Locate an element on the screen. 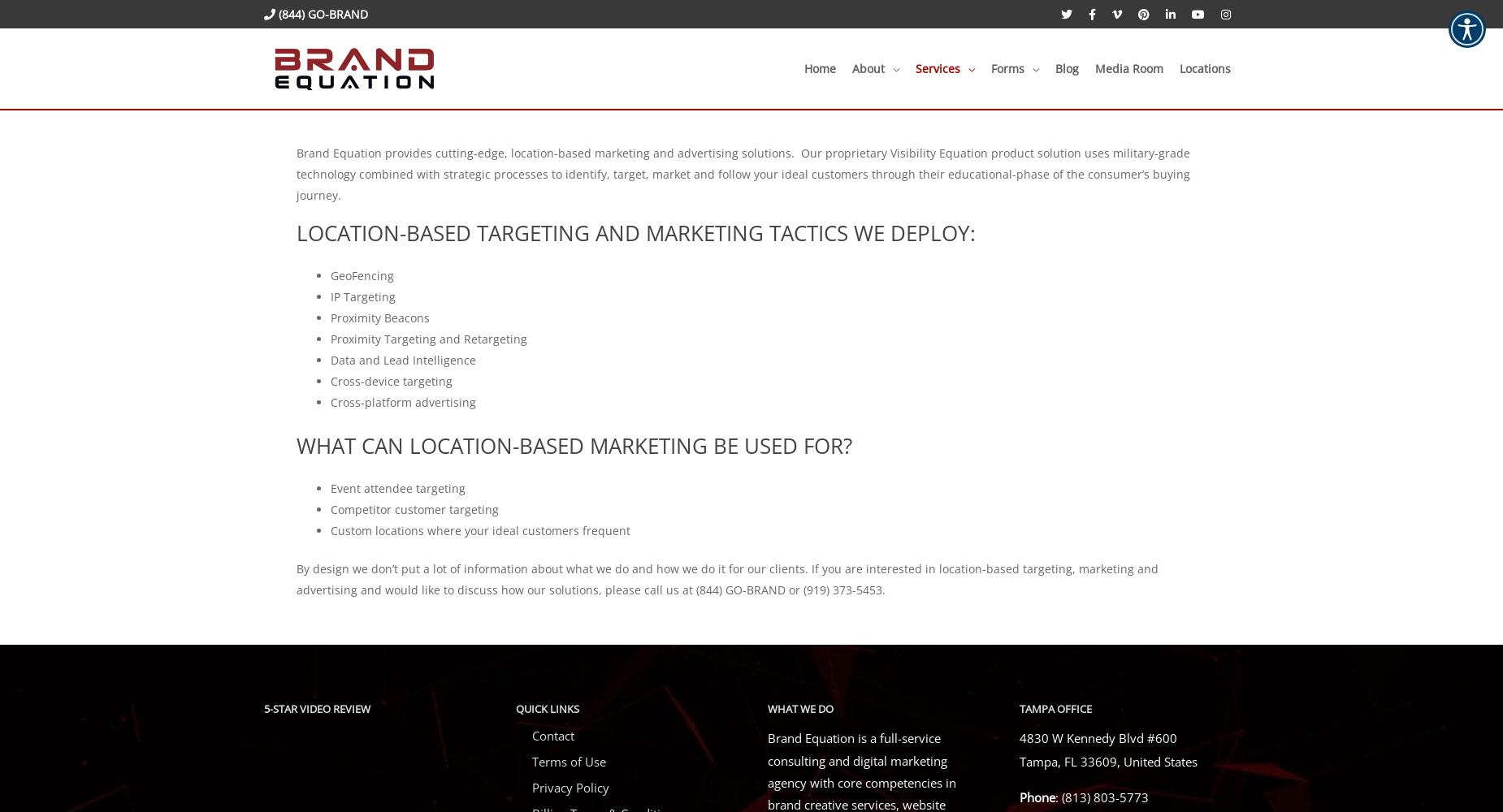  'Media Room' is located at coordinates (1129, 67).